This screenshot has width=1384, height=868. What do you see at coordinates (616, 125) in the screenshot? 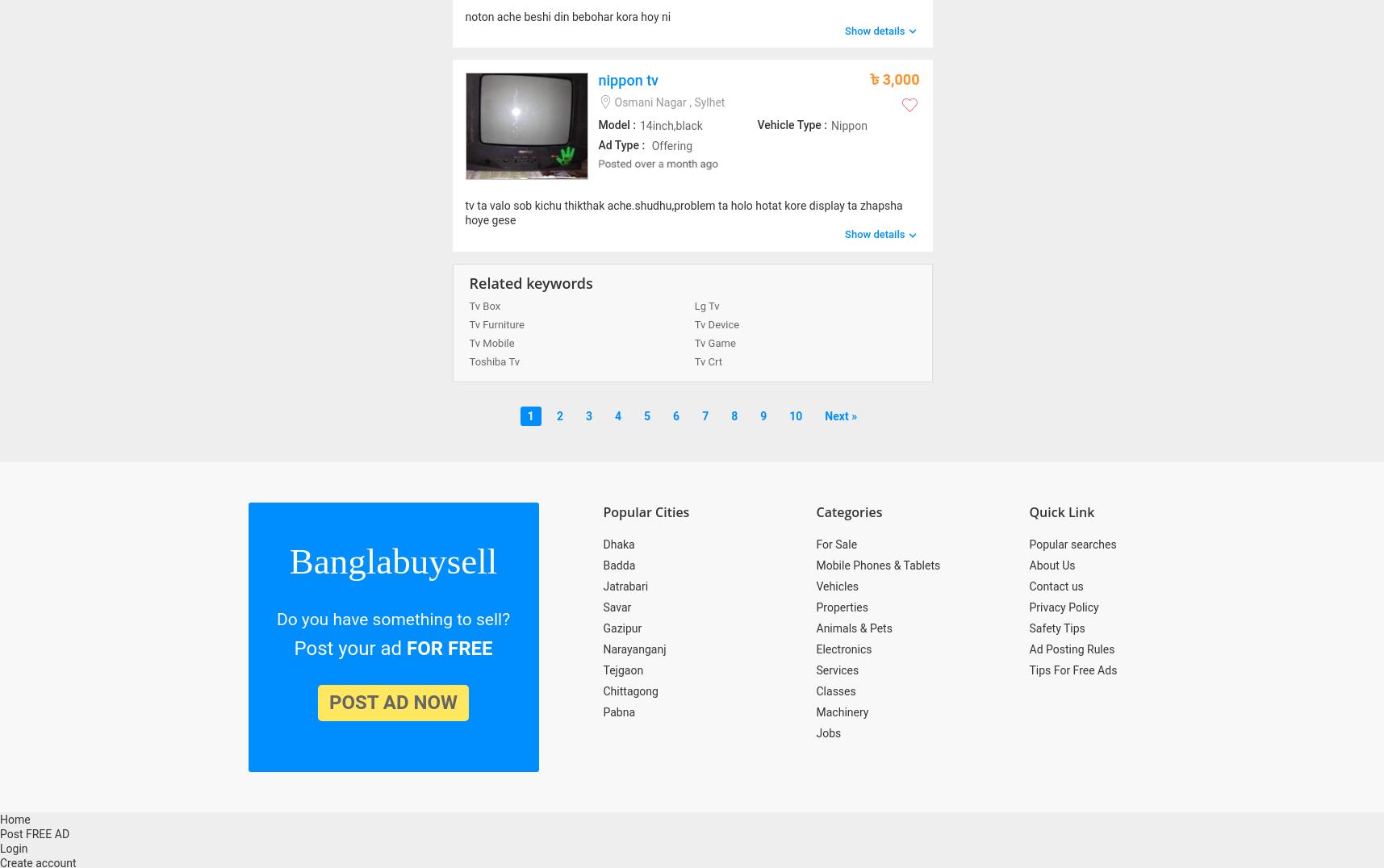
I see `'Model :'` at bounding box center [616, 125].